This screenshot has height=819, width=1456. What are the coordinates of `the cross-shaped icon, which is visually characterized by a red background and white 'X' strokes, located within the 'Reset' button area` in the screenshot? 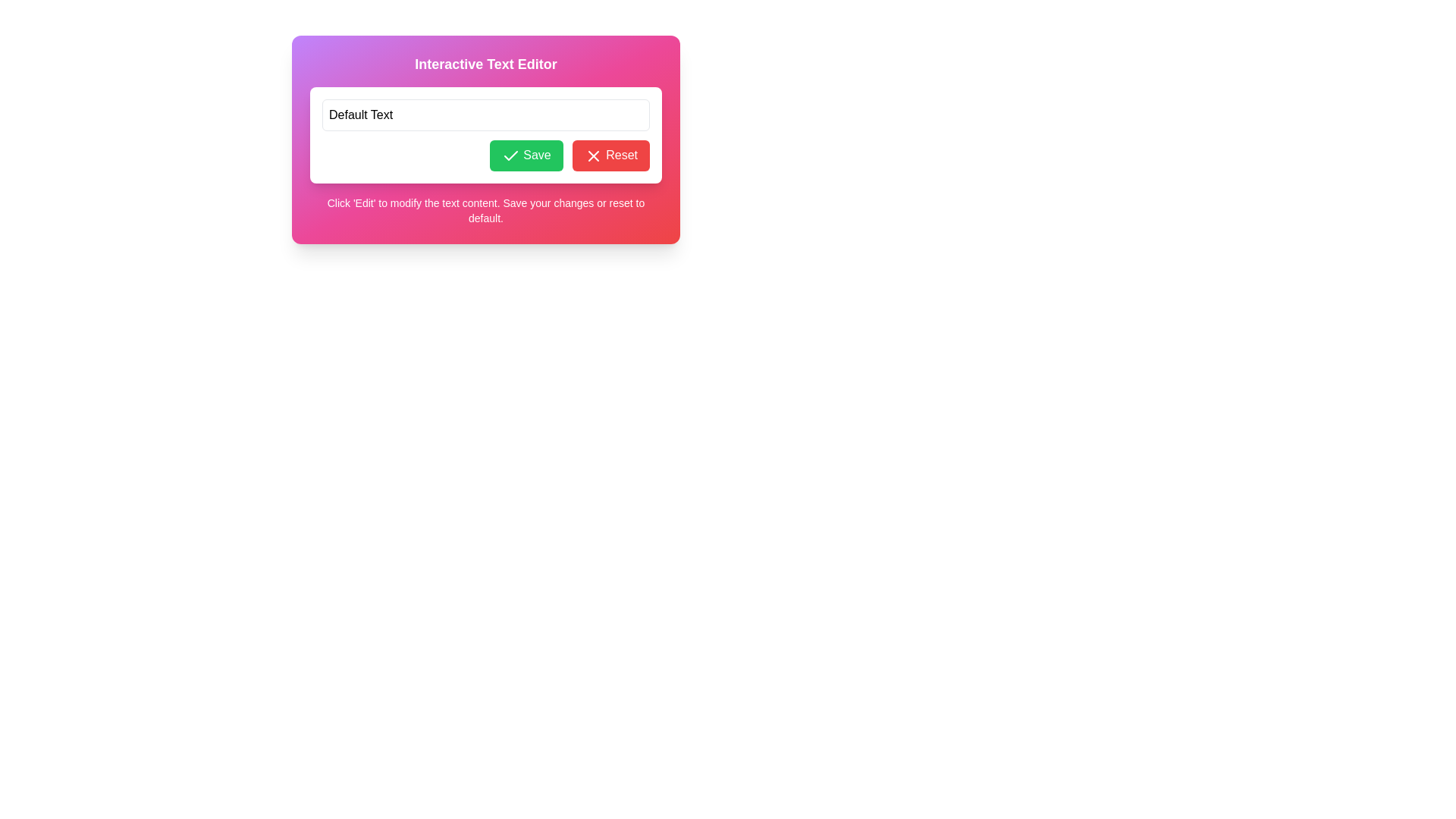 It's located at (592, 155).